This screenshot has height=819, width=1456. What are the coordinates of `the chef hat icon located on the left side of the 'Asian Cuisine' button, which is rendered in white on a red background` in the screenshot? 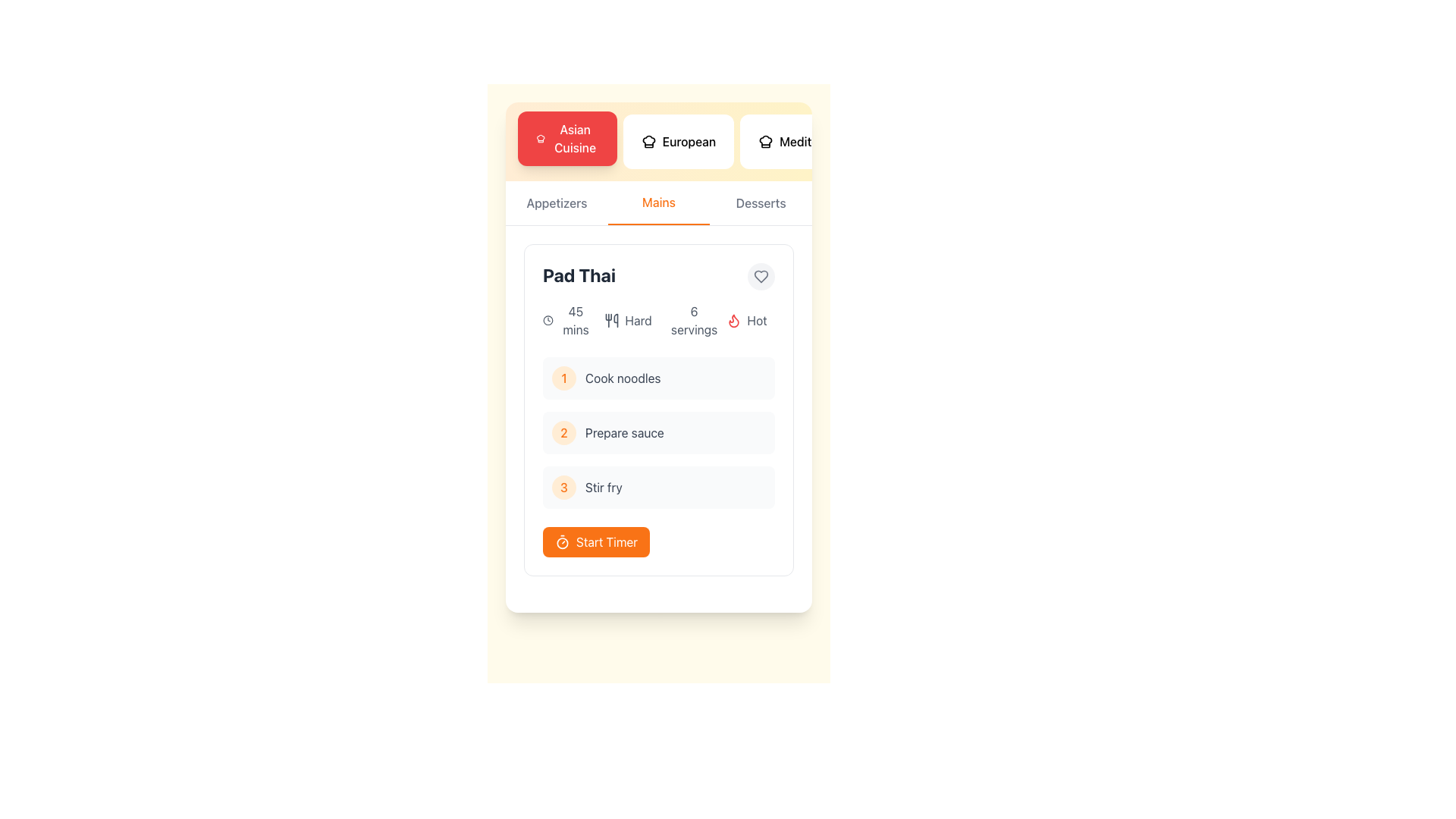 It's located at (541, 138).